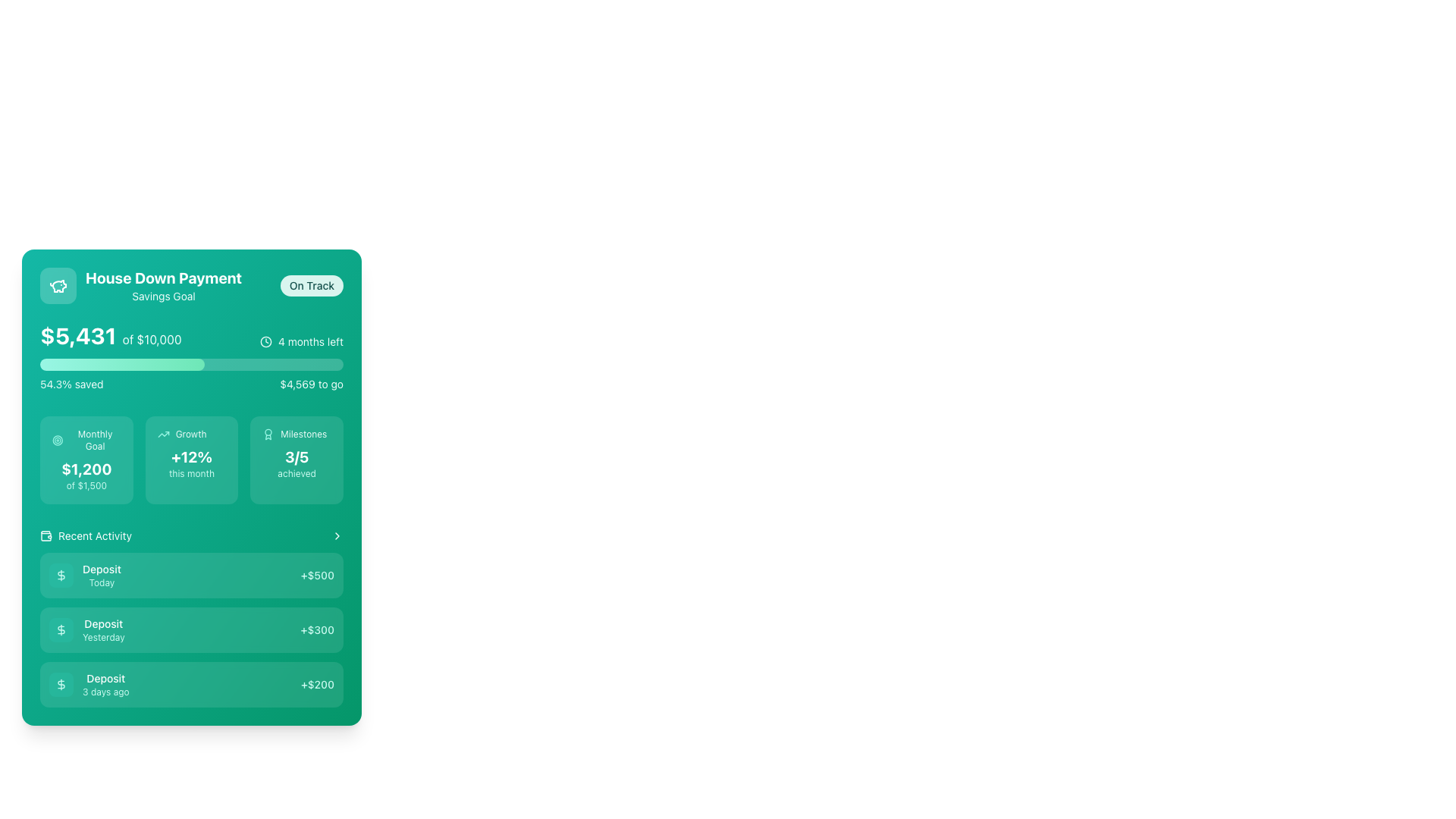 Image resolution: width=1456 pixels, height=819 pixels. I want to click on text label displaying '+$500' in teal color, which indicates a deposit activity and is located at the bottom-right section of the interface, so click(316, 576).